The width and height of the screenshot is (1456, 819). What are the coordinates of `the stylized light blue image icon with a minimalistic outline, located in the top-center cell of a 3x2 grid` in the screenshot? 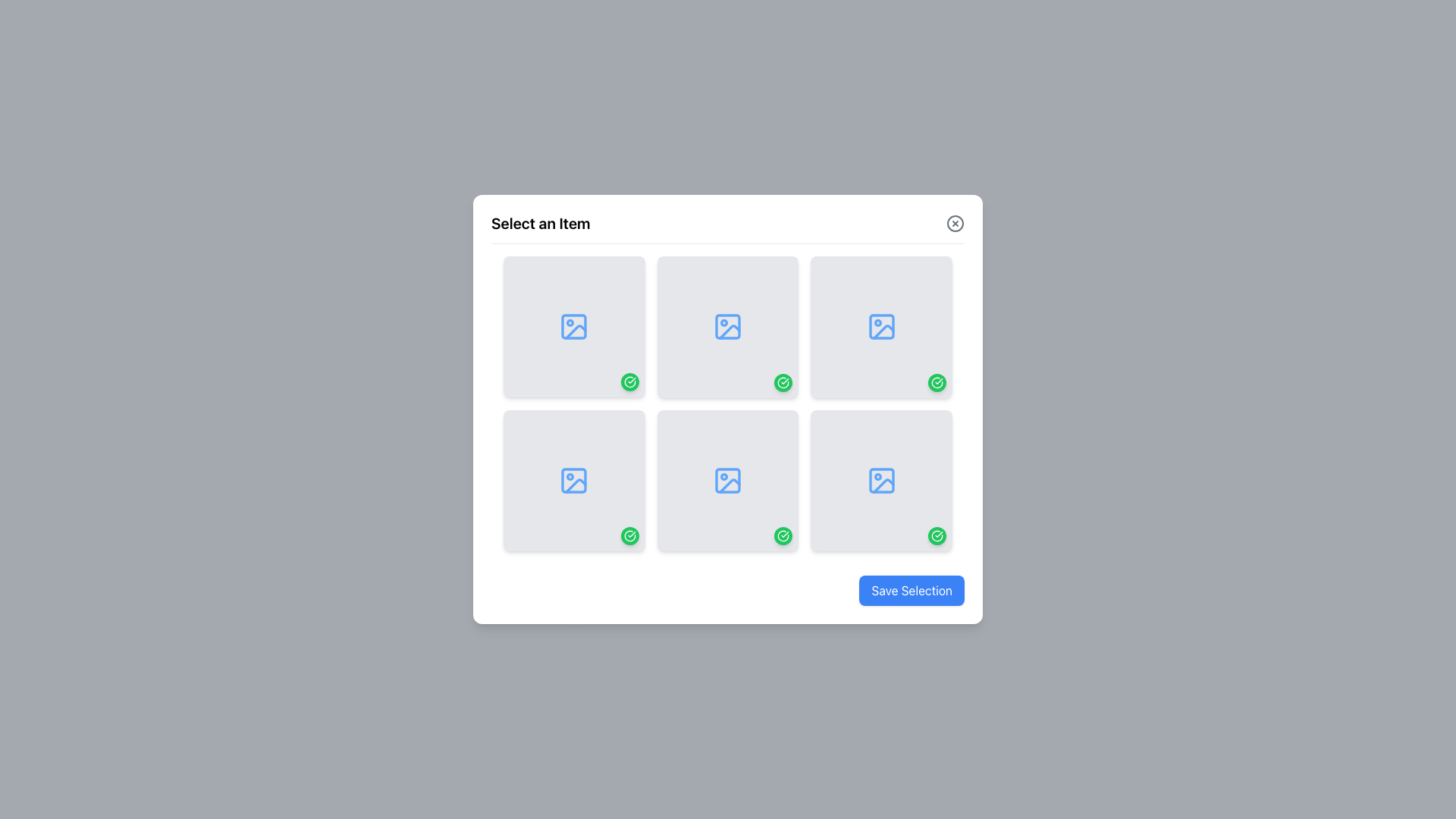 It's located at (728, 326).